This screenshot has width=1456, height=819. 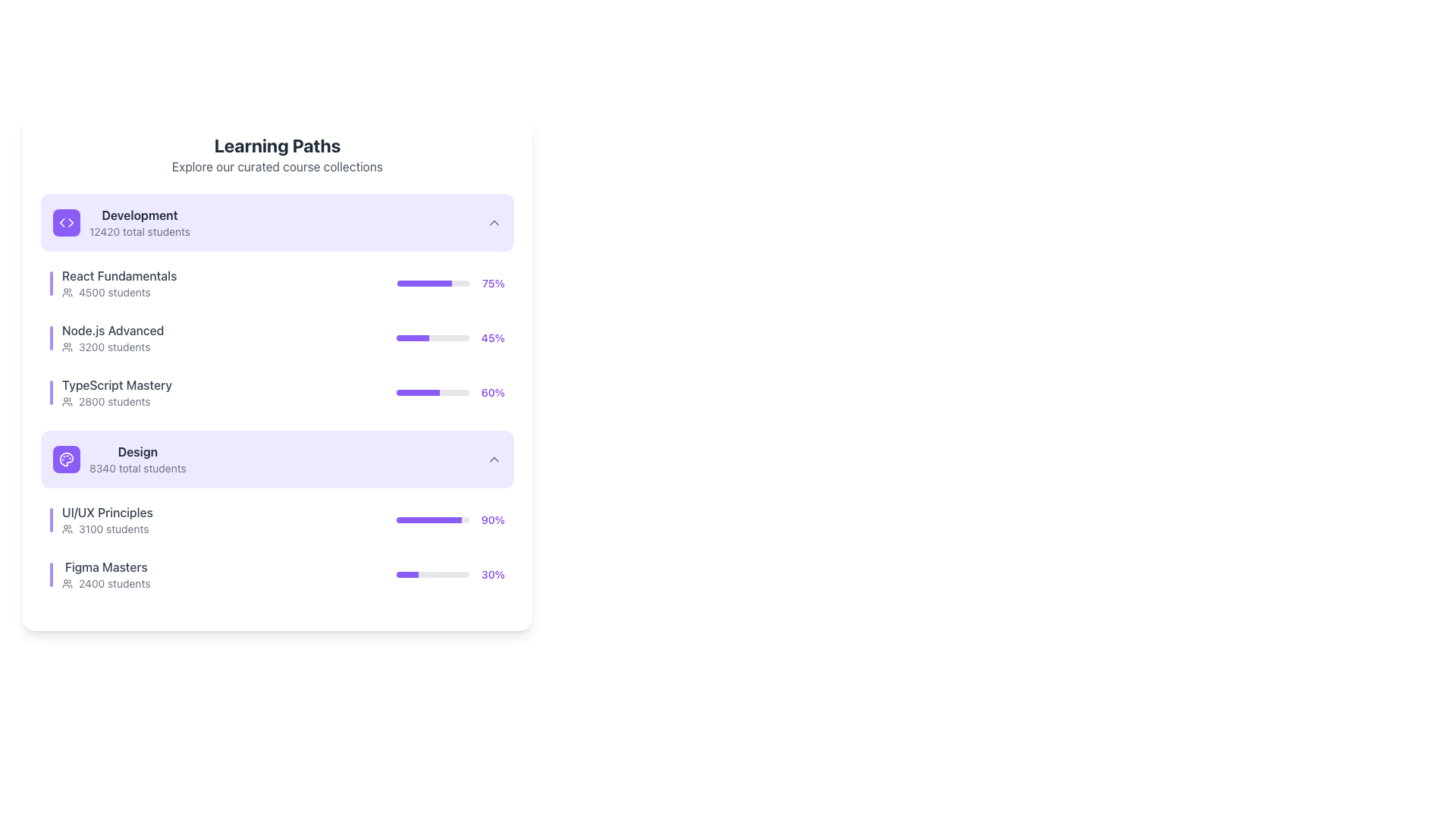 I want to click on the hyperlink text for the 'UI/UX Principles' course located in the 'Design' section of the 'Learning Paths' panel, so click(x=106, y=512).